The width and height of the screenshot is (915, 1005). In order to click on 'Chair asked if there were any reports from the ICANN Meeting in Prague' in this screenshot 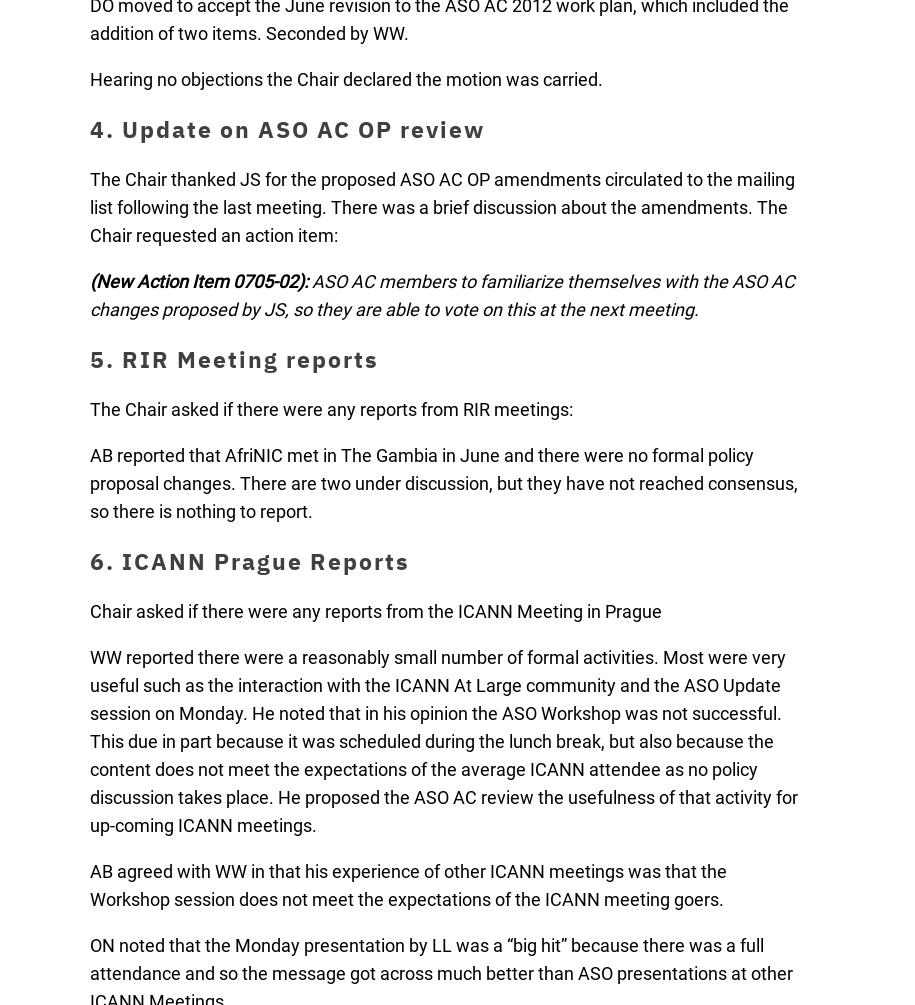, I will do `click(374, 610)`.